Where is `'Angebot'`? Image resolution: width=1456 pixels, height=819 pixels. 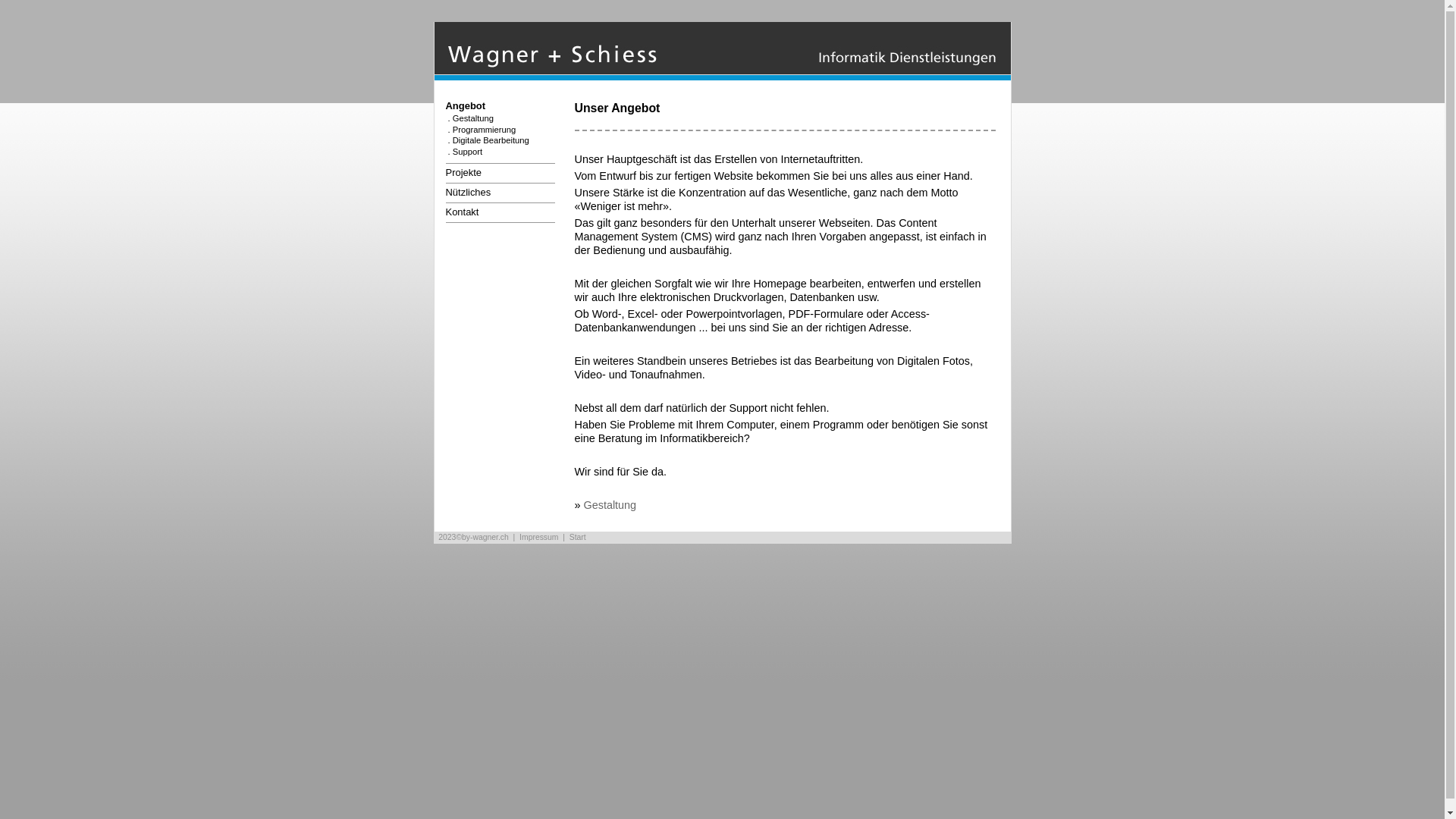
'Angebot' is located at coordinates (465, 105).